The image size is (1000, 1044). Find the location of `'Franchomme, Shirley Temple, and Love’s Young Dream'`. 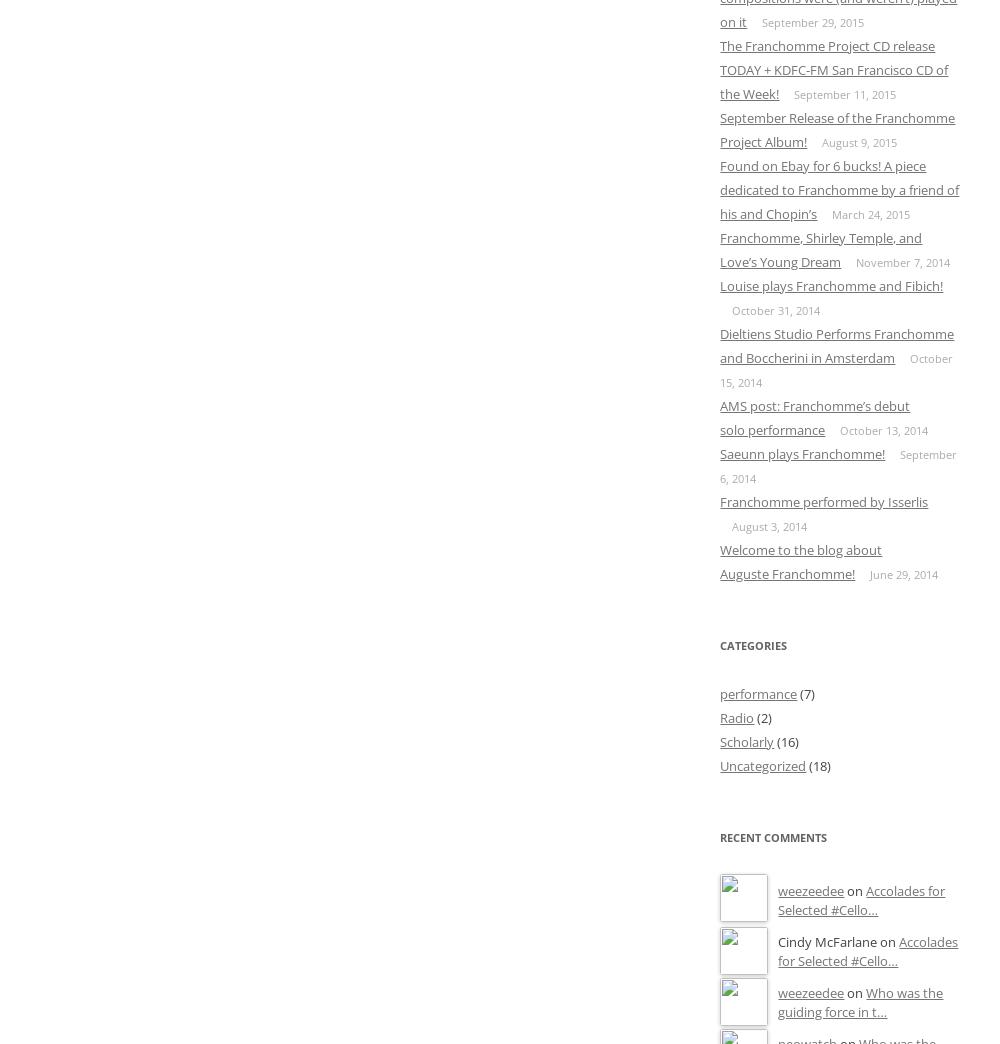

'Franchomme, Shirley Temple, and Love’s Young Dream' is located at coordinates (820, 248).